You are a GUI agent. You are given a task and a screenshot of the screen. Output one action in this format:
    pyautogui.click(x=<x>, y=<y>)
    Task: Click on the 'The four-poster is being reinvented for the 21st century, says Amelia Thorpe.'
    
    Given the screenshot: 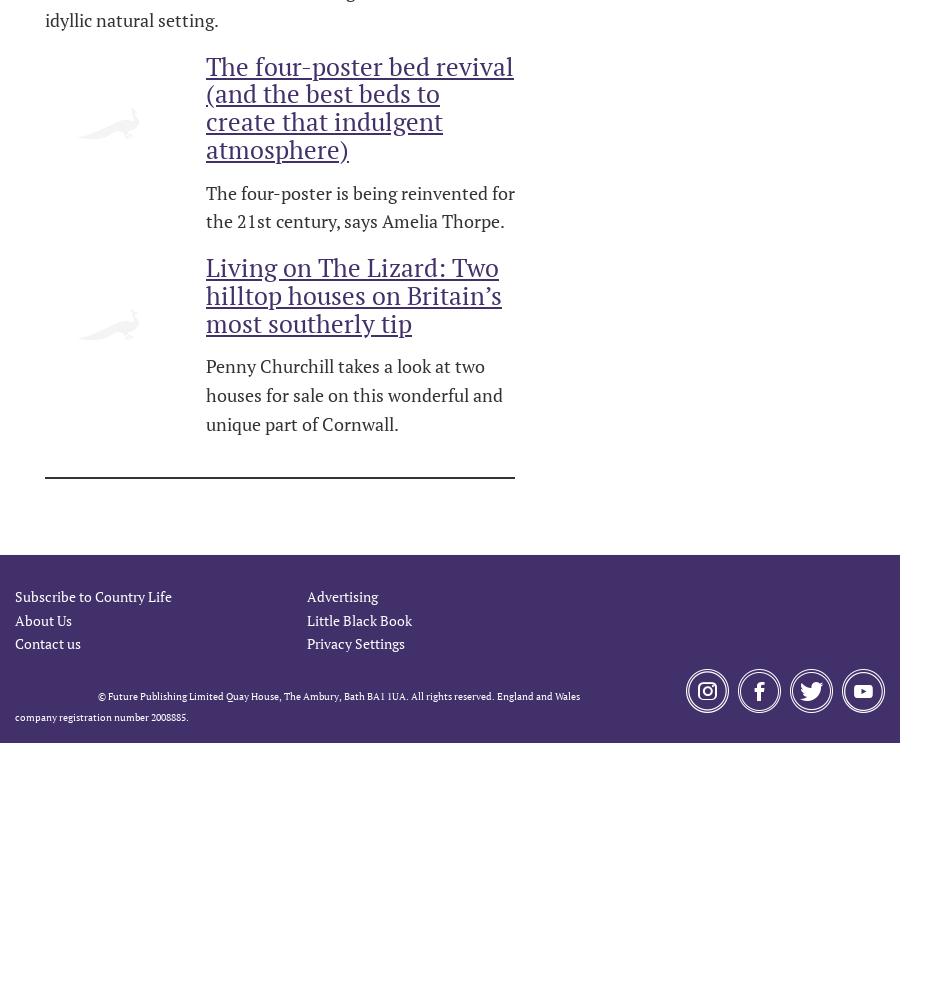 What is the action you would take?
    pyautogui.click(x=359, y=206)
    